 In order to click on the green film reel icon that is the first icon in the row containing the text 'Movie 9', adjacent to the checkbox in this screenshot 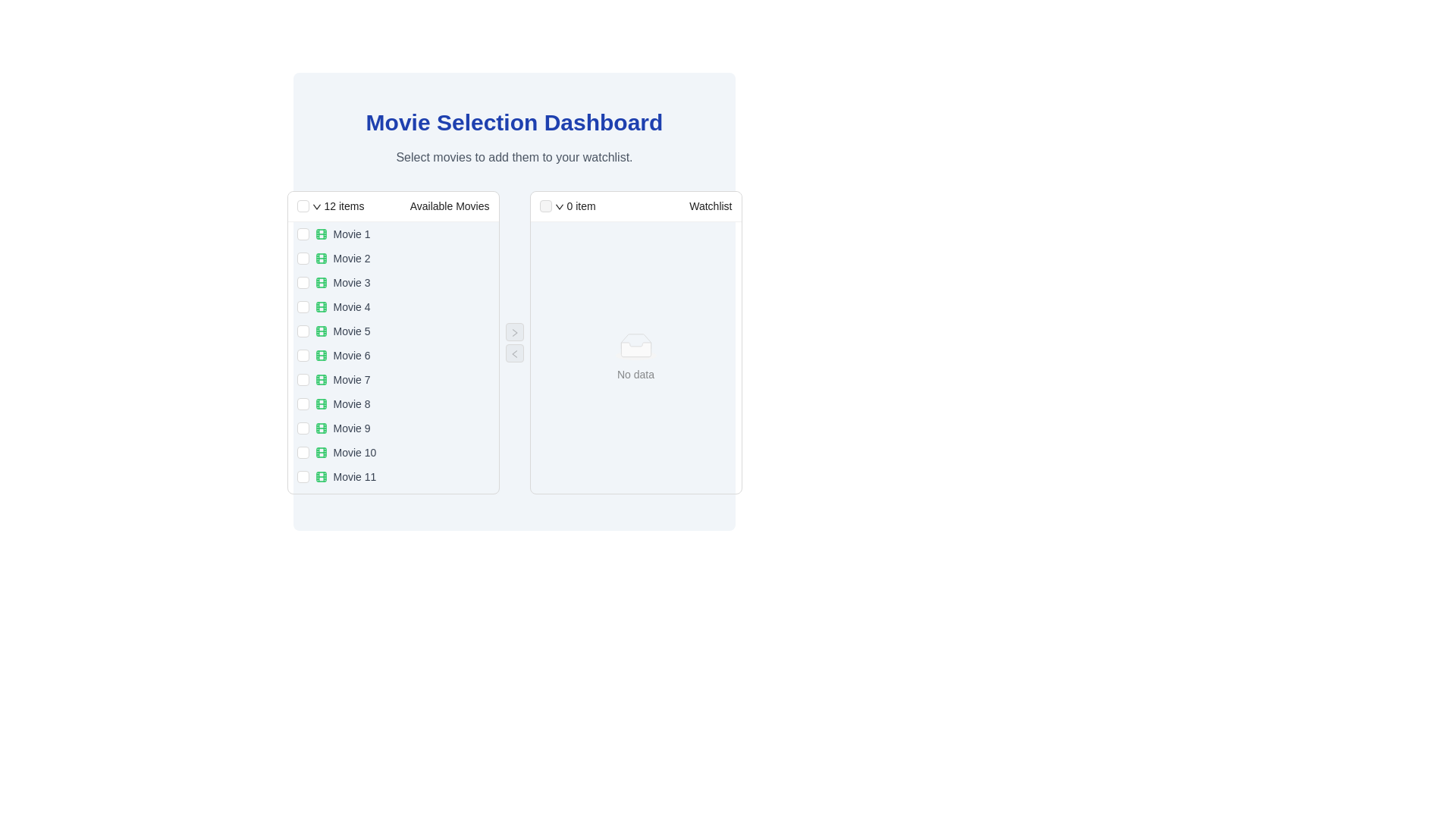, I will do `click(320, 428)`.